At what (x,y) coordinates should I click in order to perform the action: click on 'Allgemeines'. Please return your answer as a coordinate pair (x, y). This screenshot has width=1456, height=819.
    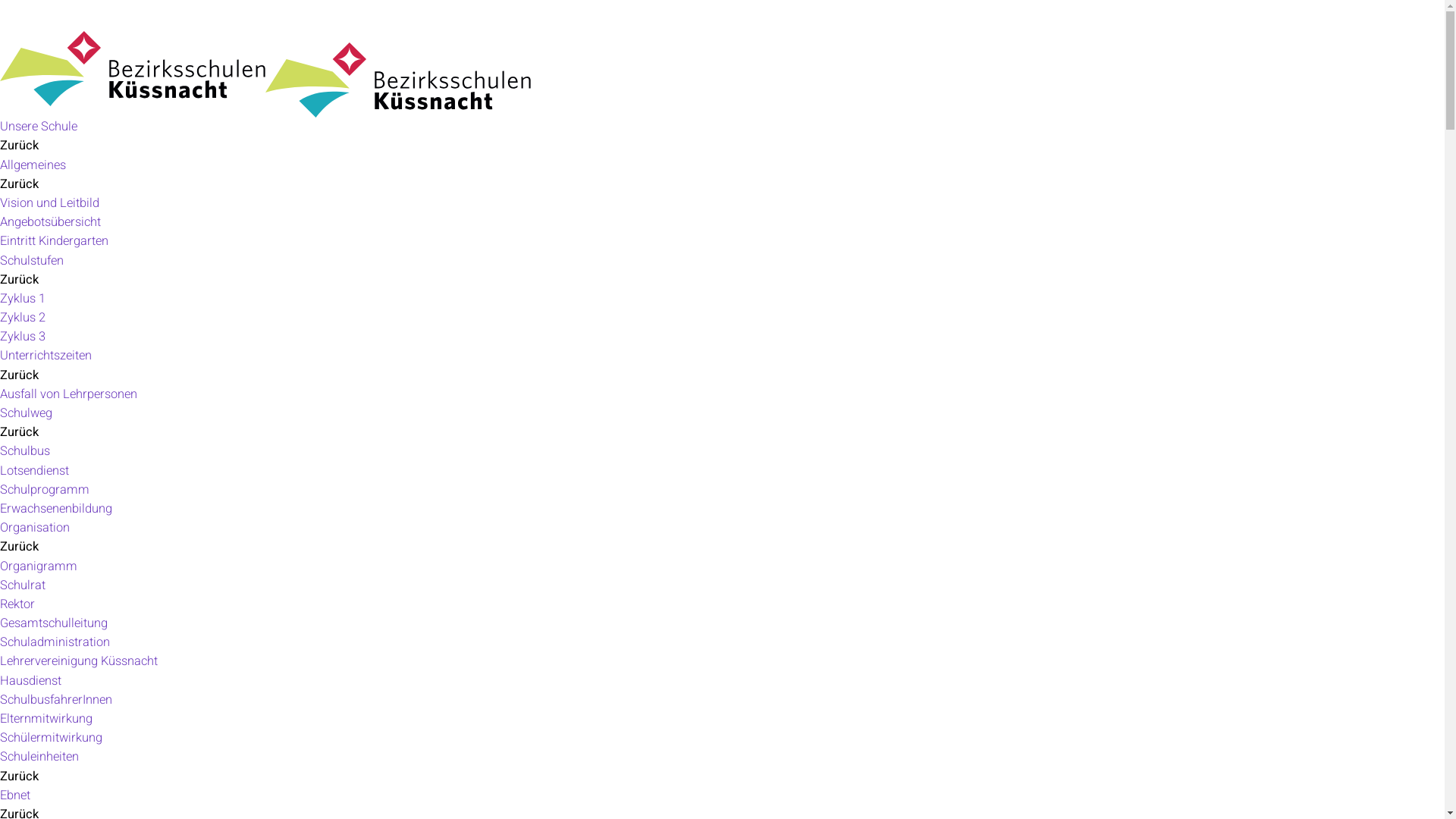
    Looking at the image, I should click on (33, 165).